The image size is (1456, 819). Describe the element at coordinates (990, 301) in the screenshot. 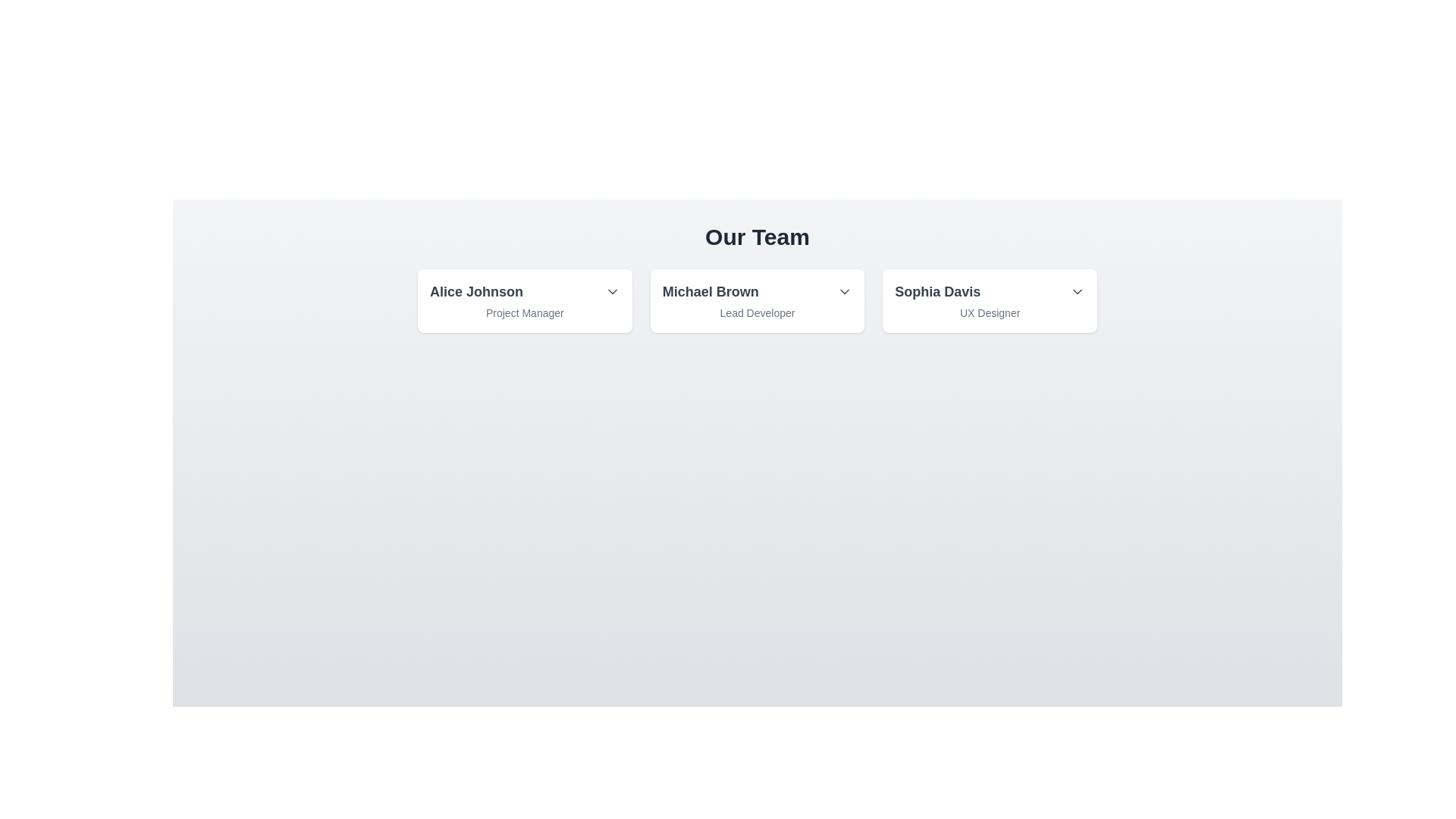

I see `the Card displaying 'Sophia Davis' and 'UX Designer' with a white background and rounded corners, located in the third column under 'Our Team'` at that location.